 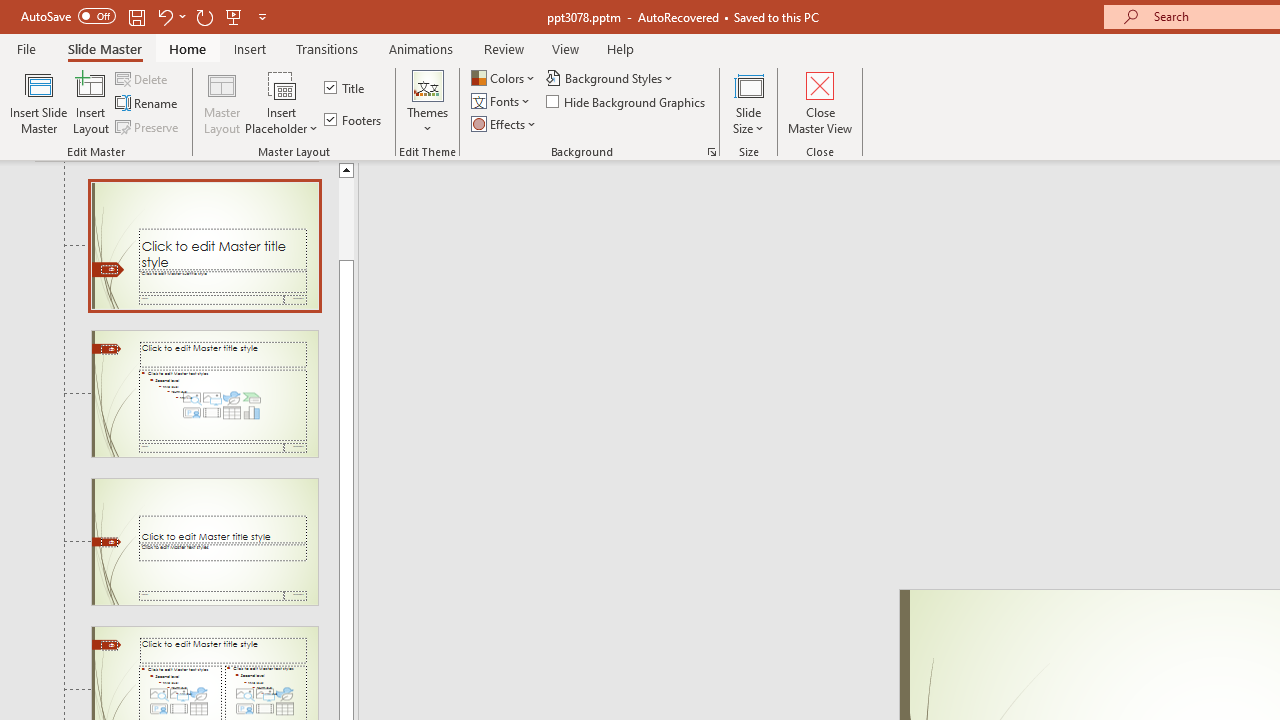 I want to click on 'Slide Title and Content Layout: used by no slides', so click(x=204, y=394).